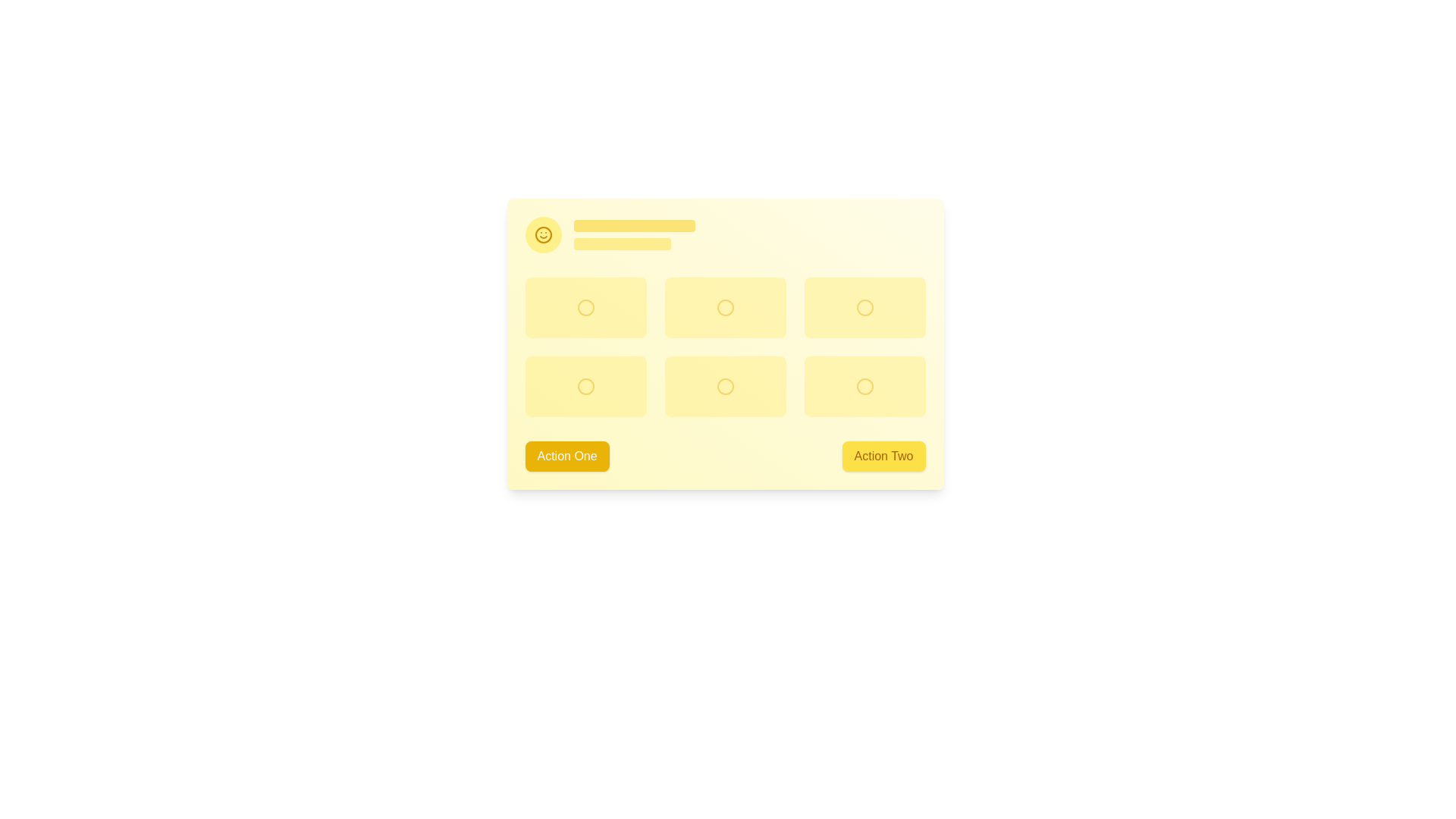 The width and height of the screenshot is (1456, 819). I want to click on the yellow circle icon with a hollow center located in the second cell of the second row of a three-row grid, so click(724, 307).